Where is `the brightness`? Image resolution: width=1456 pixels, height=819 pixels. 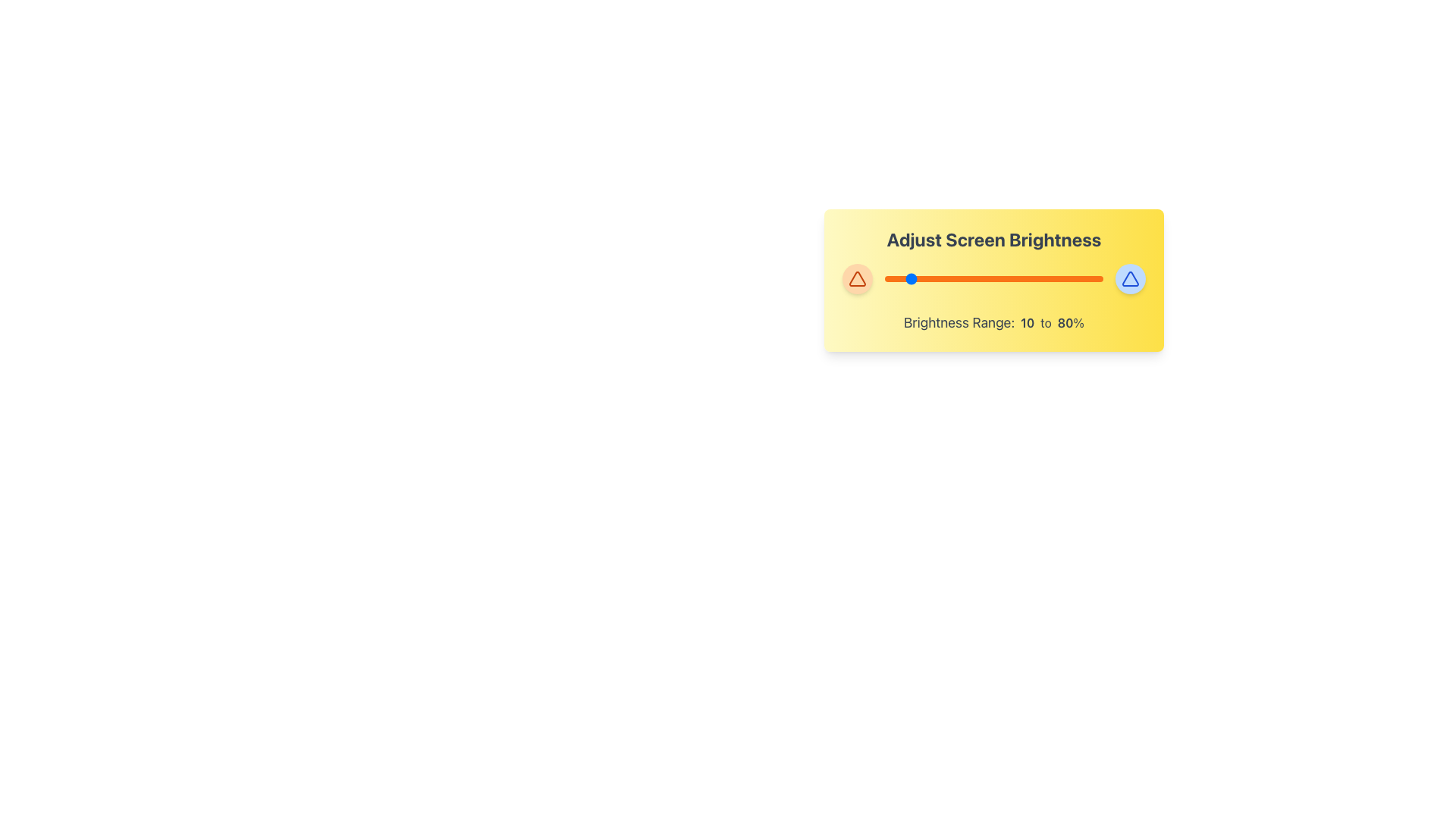
the brightness is located at coordinates (1043, 278).